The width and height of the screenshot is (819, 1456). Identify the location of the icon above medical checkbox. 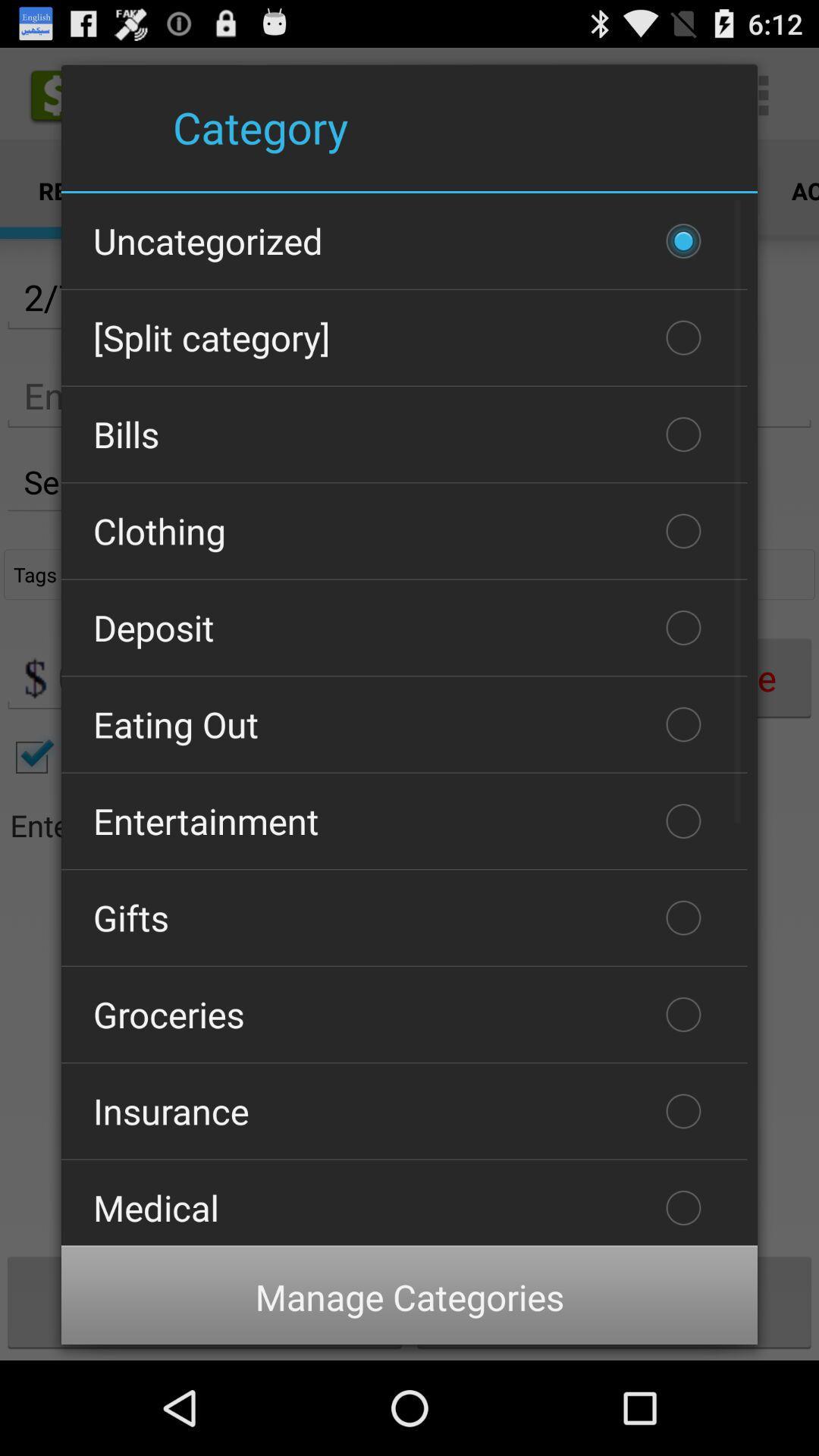
(403, 1111).